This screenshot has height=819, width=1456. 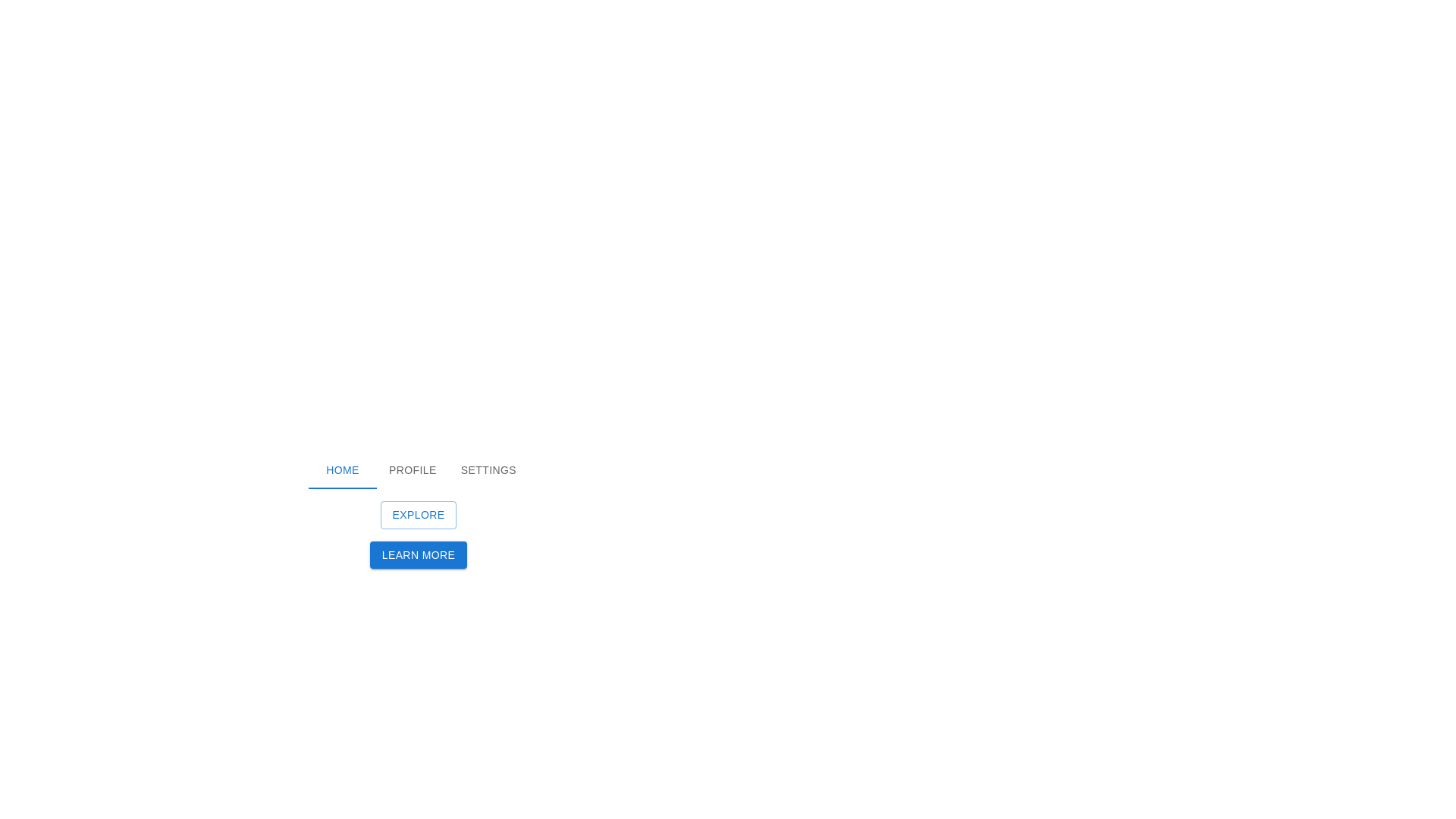 What do you see at coordinates (419, 470) in the screenshot?
I see `the 'Profile' tab in the Tabbed Navigation Component` at bounding box center [419, 470].